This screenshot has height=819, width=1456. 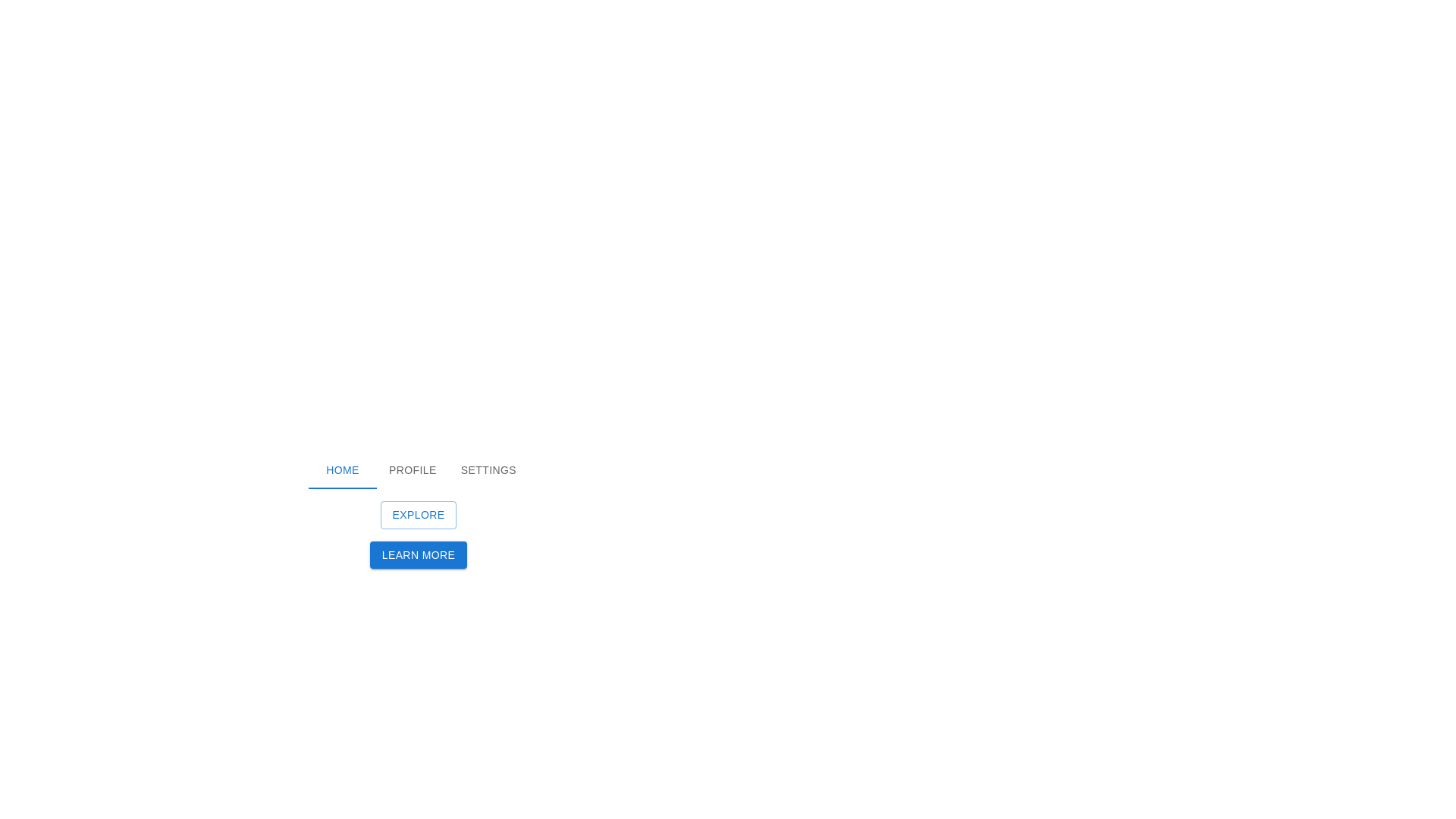 What do you see at coordinates (419, 470) in the screenshot?
I see `the 'Profile' tab in the Tabbed Navigation Component` at bounding box center [419, 470].